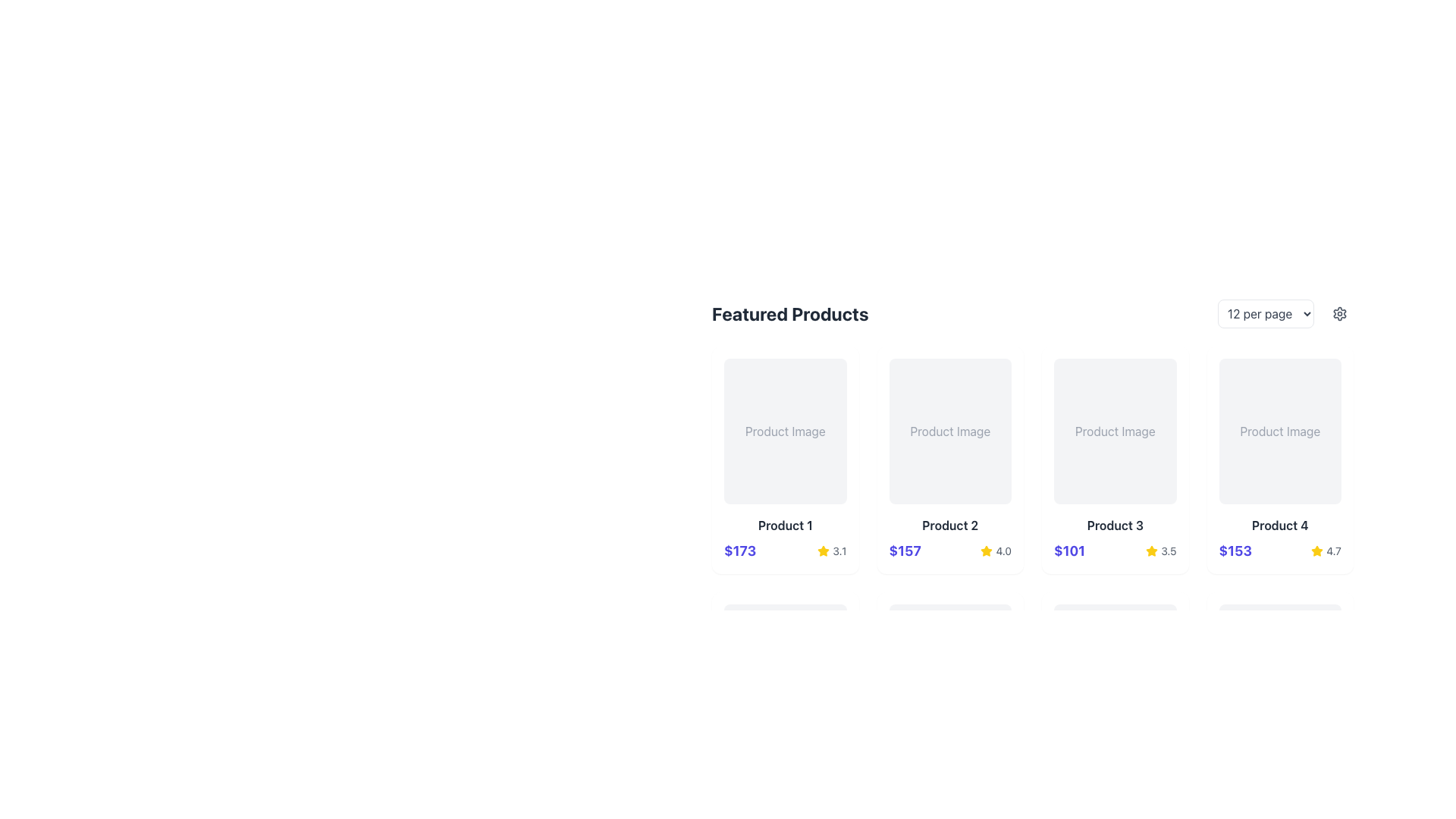 The image size is (1456, 819). What do you see at coordinates (785, 525) in the screenshot?
I see `the static text label that identifies the first product in the grid of featured products, located below the 'Product Image' and above the price label '$173'` at bounding box center [785, 525].